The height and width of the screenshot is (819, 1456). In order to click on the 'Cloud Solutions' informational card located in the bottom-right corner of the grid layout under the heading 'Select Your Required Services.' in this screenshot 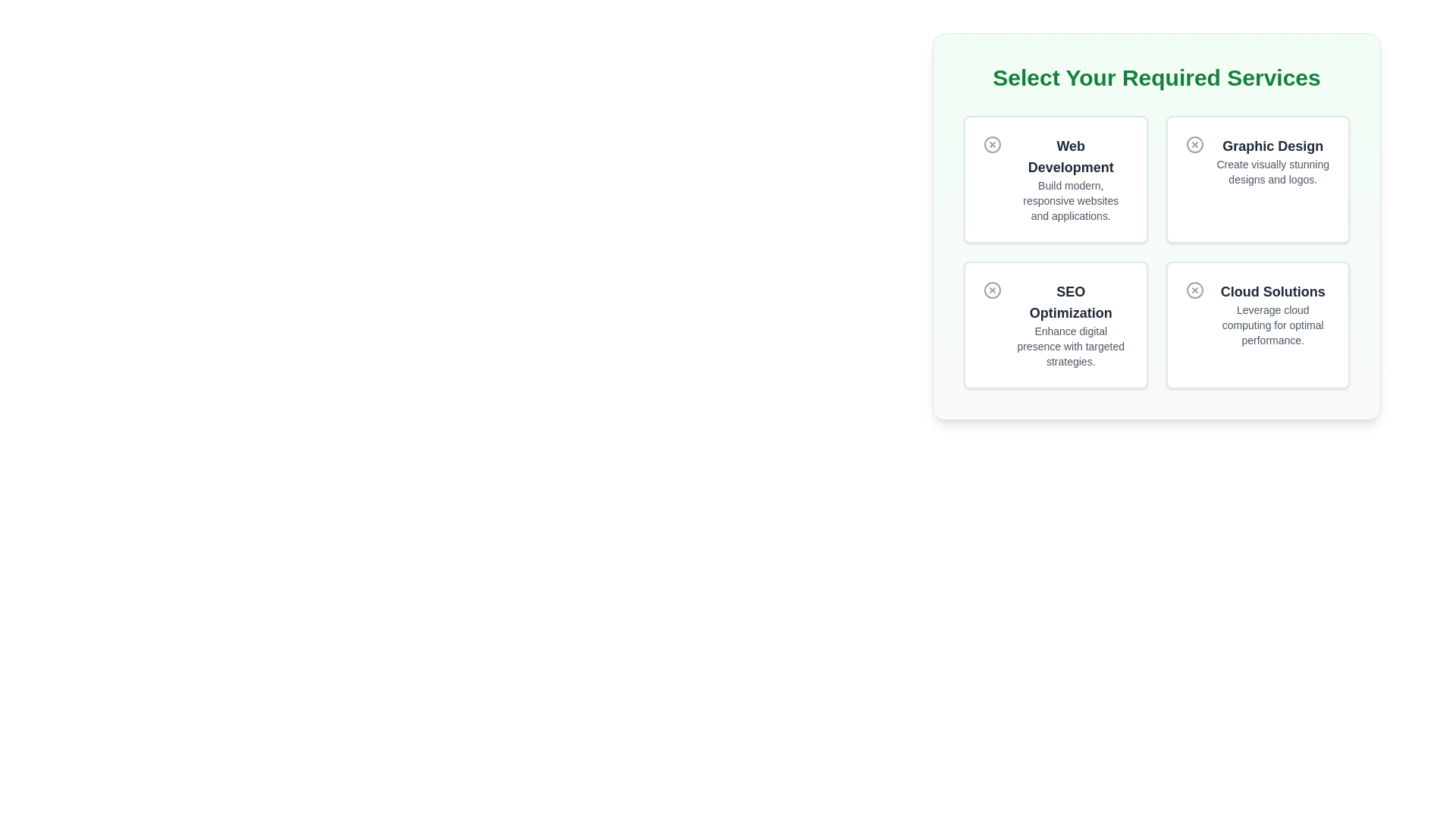, I will do `click(1272, 314)`.